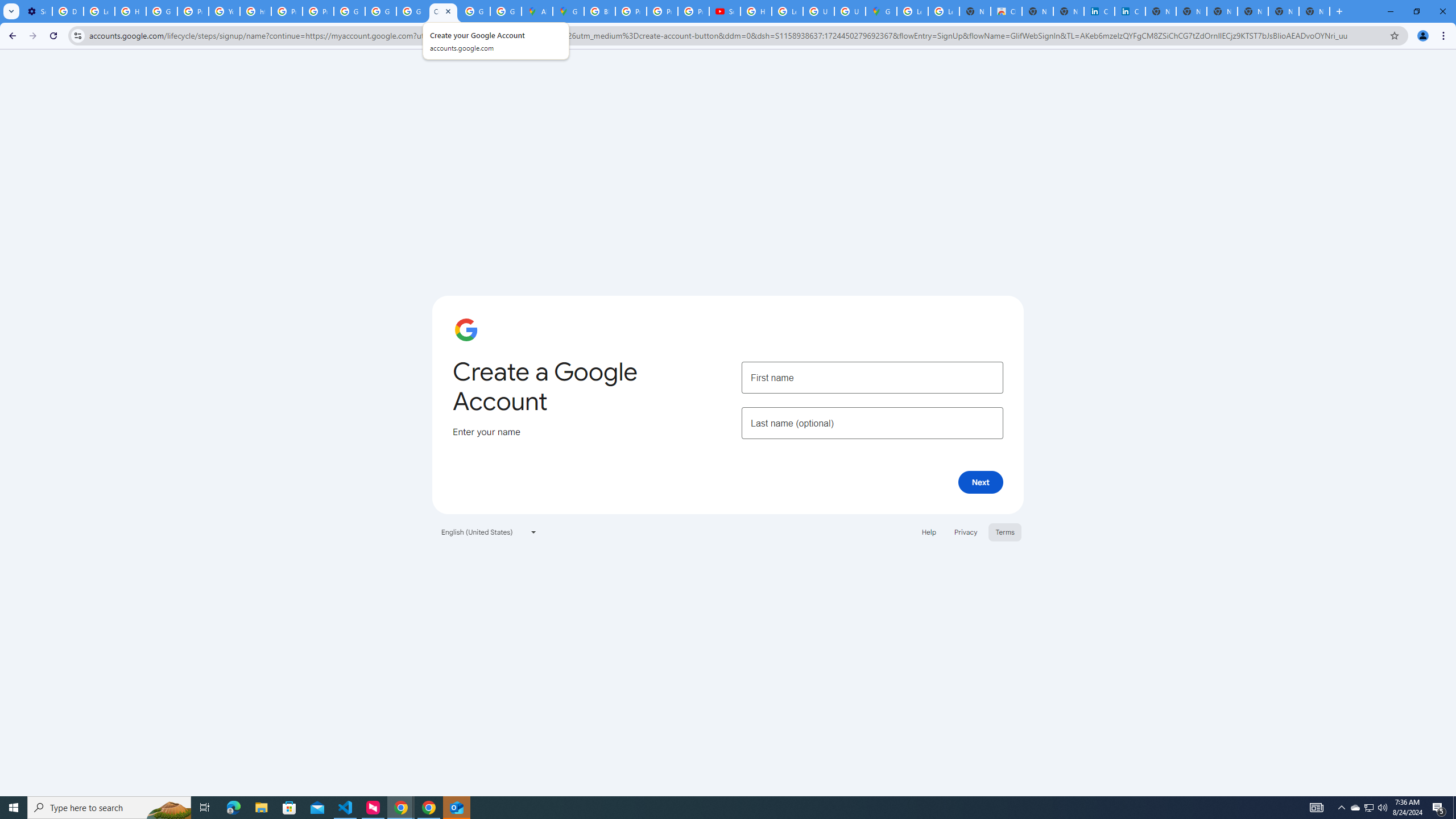 Image resolution: width=1456 pixels, height=819 pixels. I want to click on 'Cookie Policy | LinkedIn', so click(1129, 11).